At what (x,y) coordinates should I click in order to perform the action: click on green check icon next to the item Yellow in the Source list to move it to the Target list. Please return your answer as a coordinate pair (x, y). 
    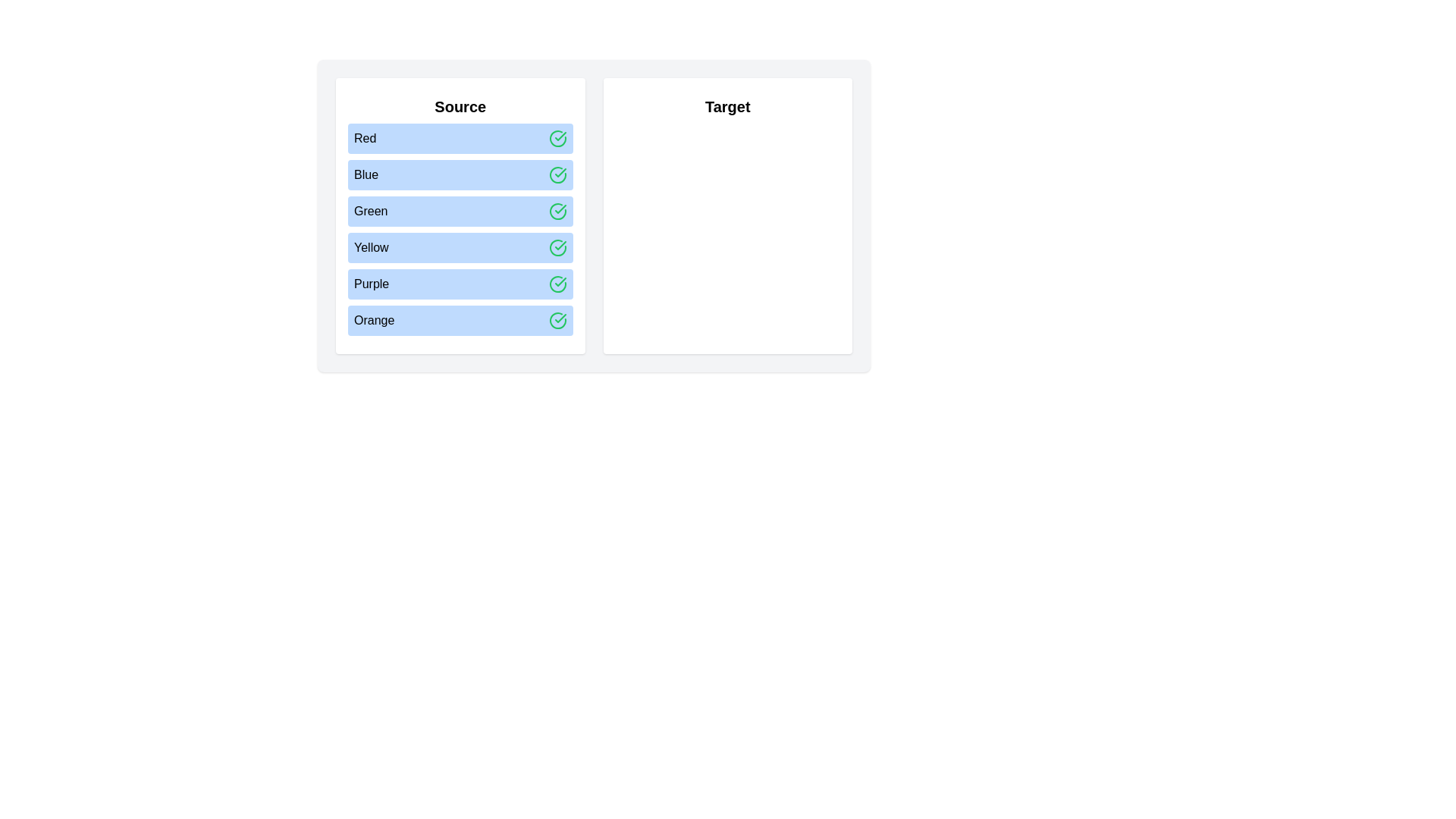
    Looking at the image, I should click on (557, 247).